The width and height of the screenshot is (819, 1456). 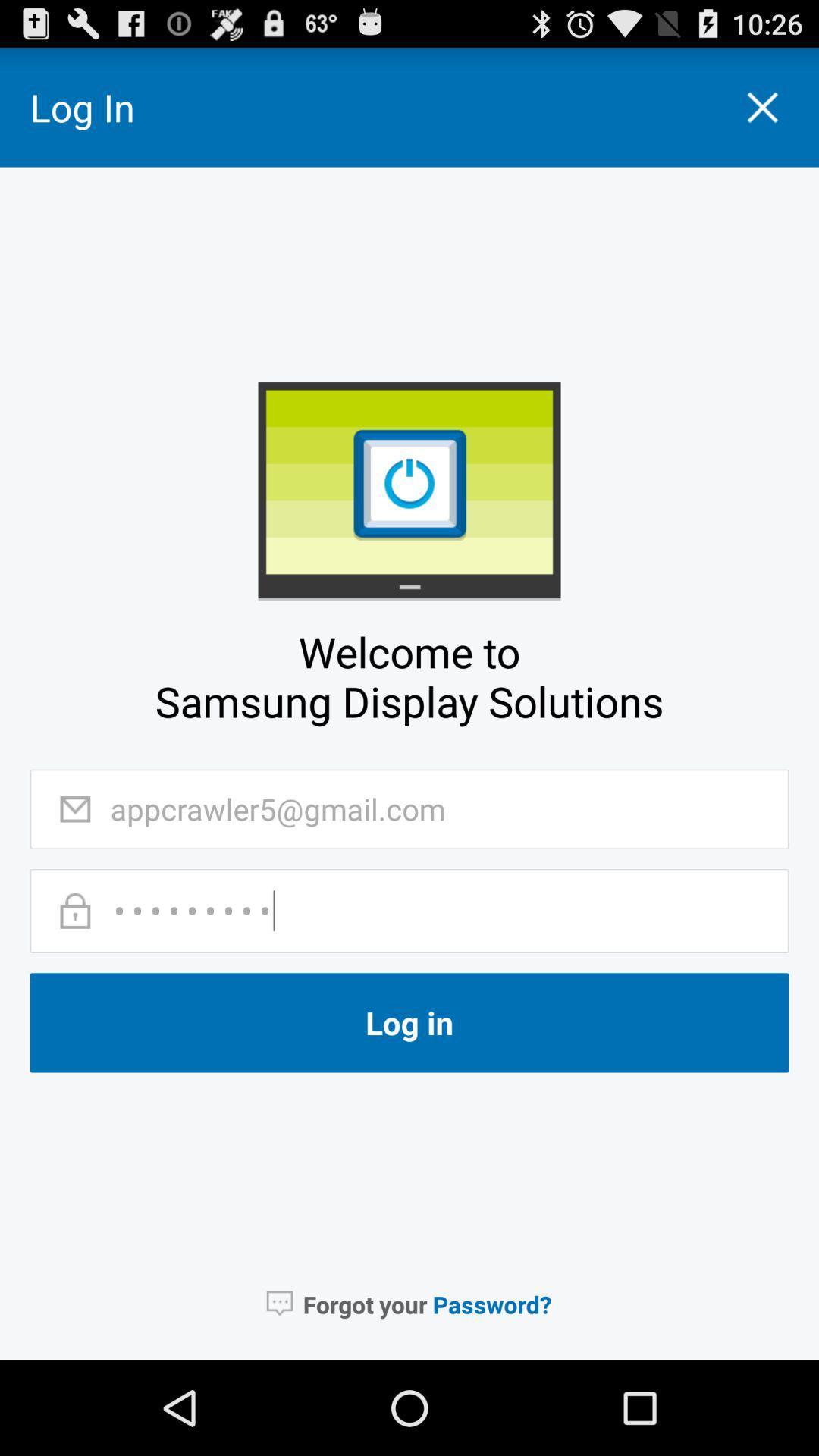 I want to click on the close icon, so click(x=762, y=114).